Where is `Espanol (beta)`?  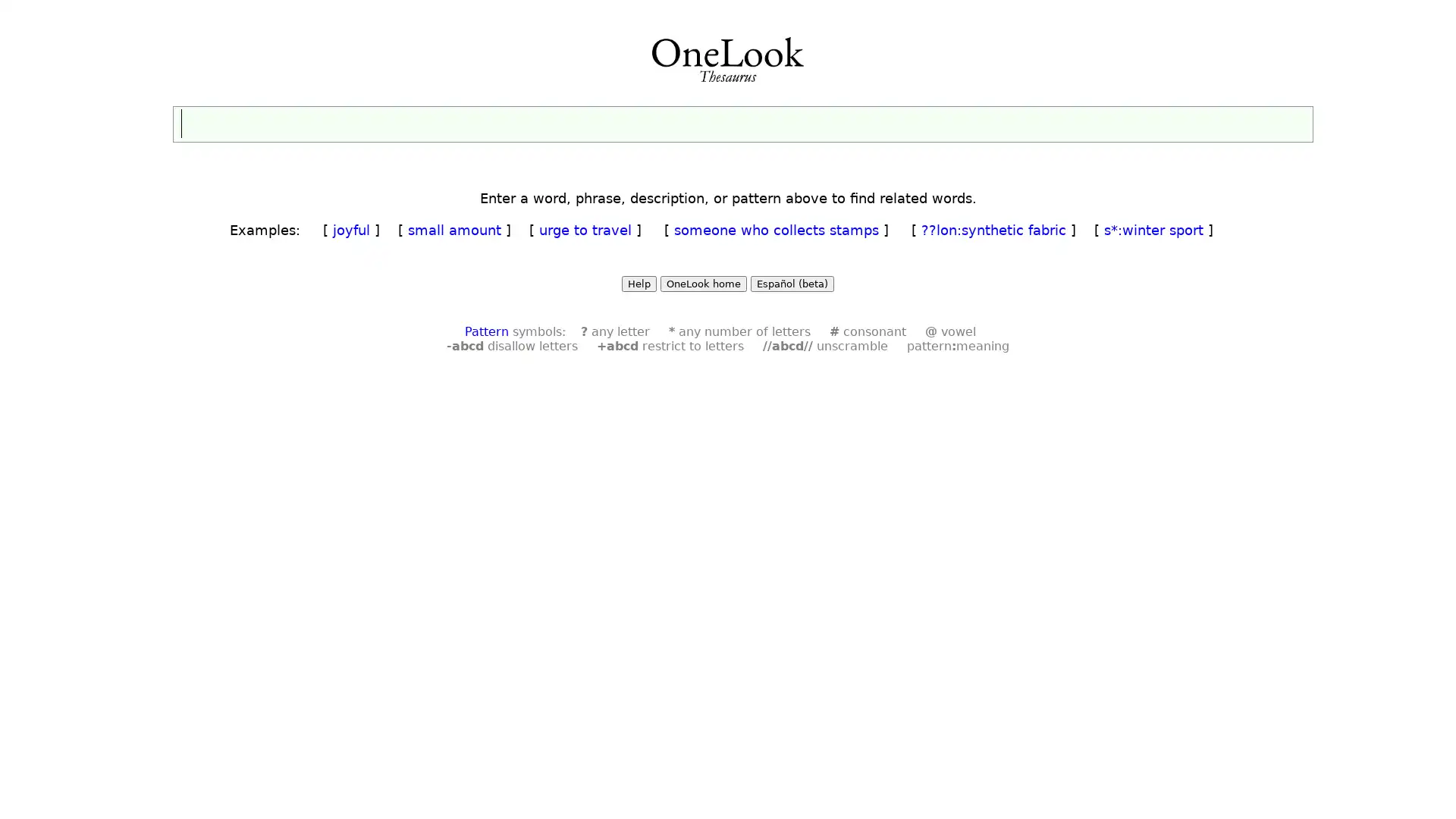
Espanol (beta) is located at coordinates (792, 284).